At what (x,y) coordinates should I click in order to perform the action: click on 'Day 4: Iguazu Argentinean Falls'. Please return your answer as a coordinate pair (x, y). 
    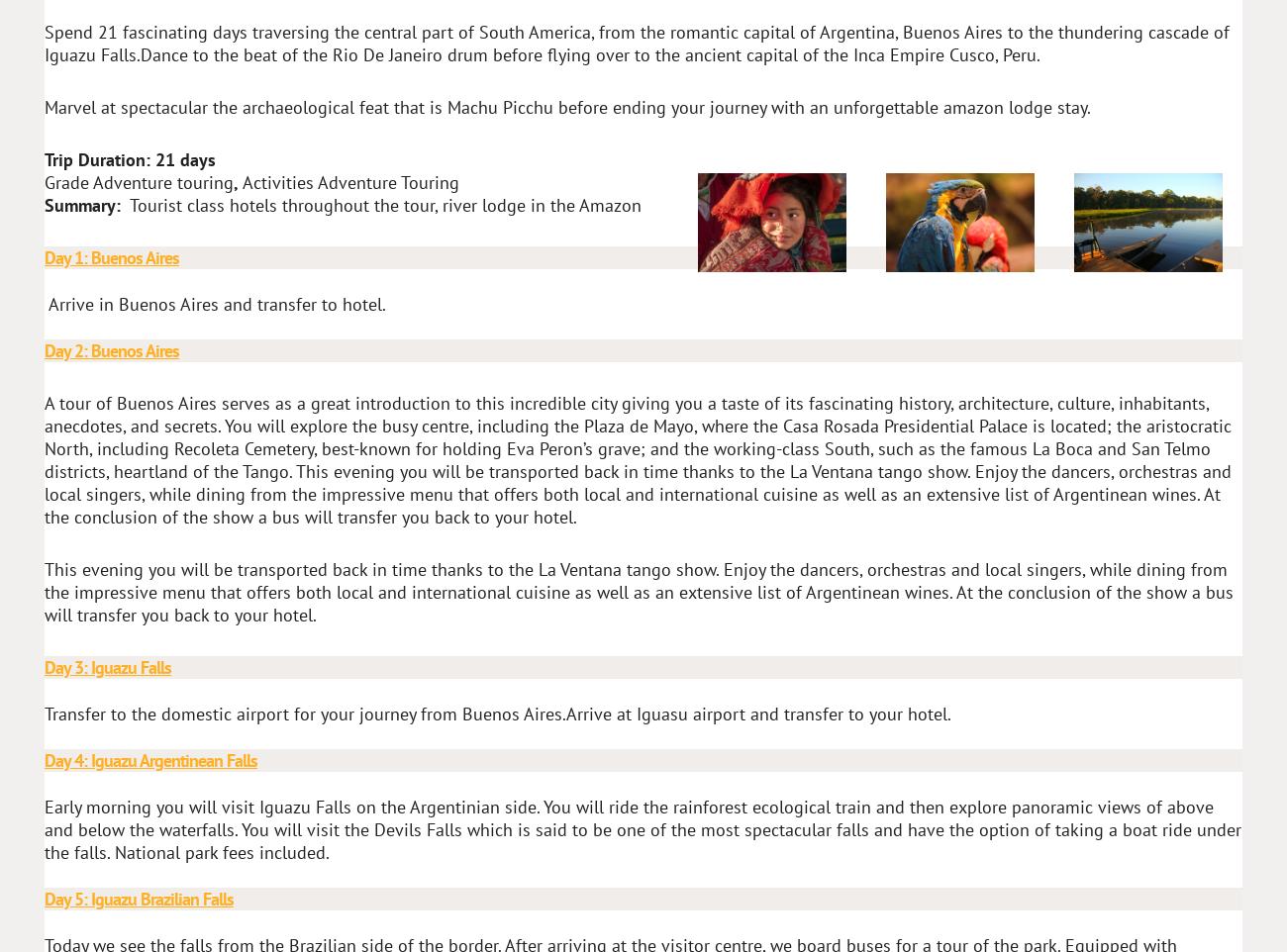
    Looking at the image, I should click on (43, 760).